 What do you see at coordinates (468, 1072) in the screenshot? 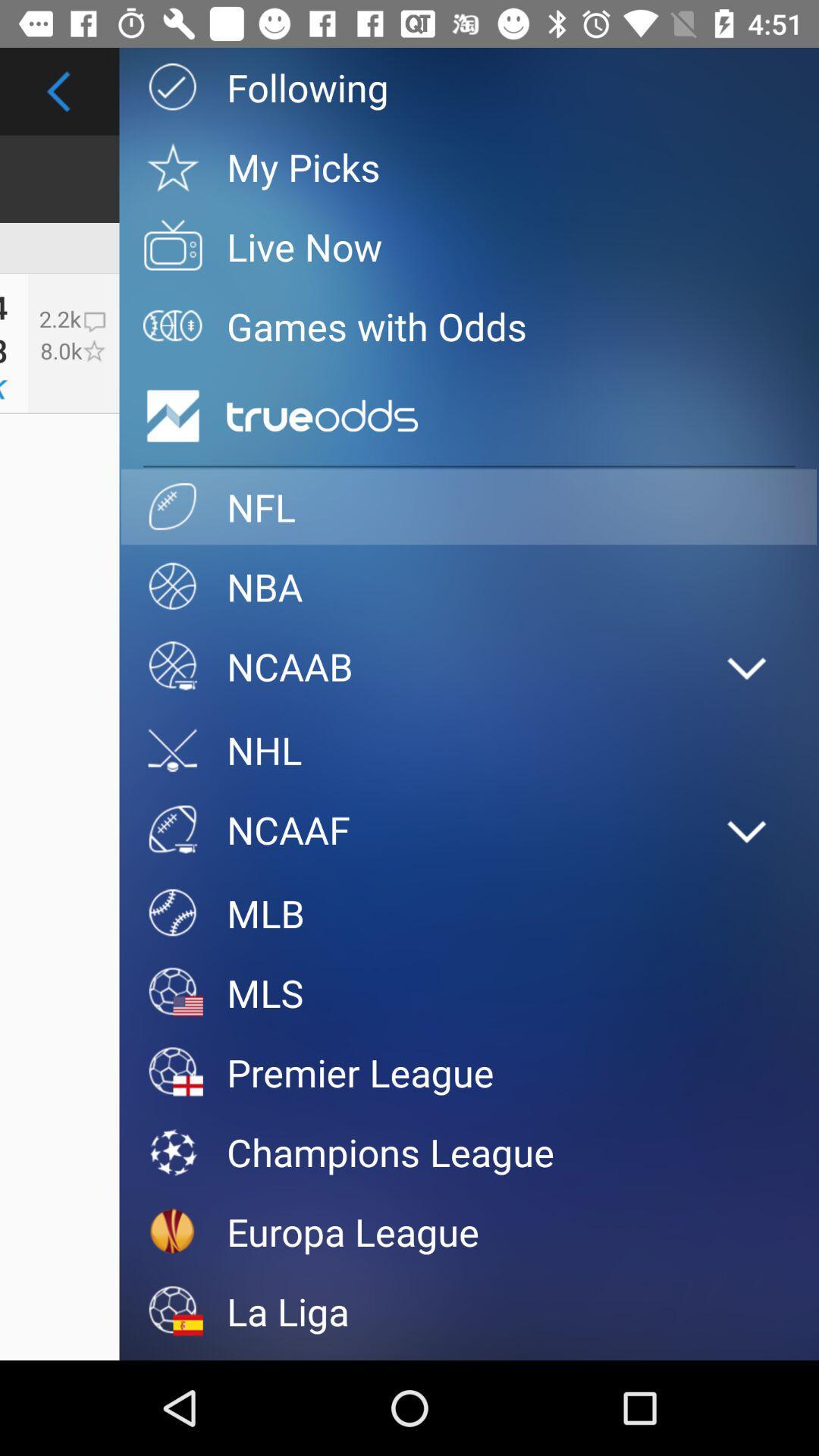
I see `the icon below the mls item` at bounding box center [468, 1072].